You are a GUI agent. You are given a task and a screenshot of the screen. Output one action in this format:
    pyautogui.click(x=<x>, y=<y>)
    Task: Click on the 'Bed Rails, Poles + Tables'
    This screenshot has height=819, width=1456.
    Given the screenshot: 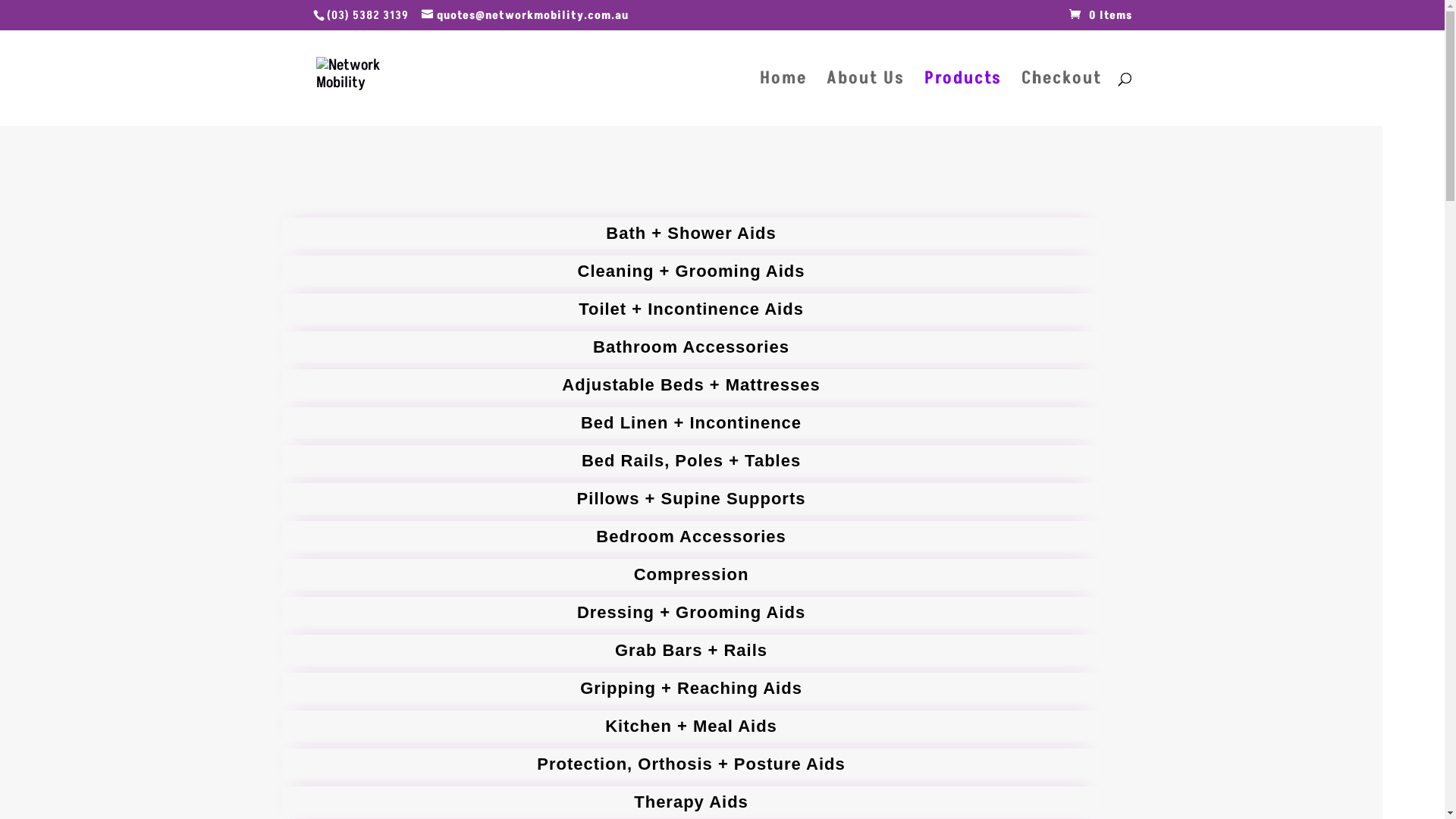 What is the action you would take?
    pyautogui.click(x=691, y=460)
    